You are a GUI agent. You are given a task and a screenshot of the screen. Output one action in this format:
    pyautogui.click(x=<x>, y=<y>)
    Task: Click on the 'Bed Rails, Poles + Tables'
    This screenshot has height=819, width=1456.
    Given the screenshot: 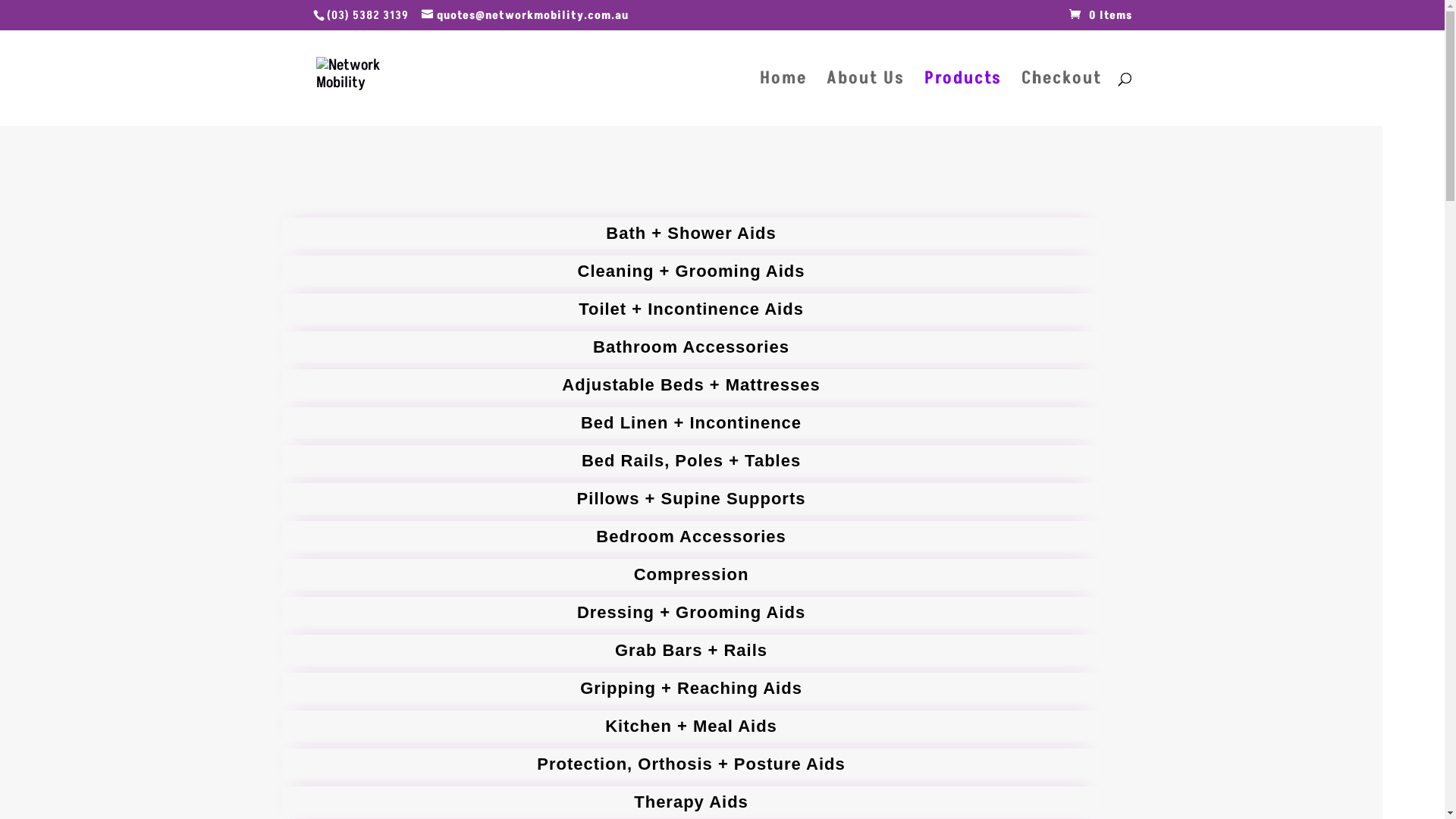 What is the action you would take?
    pyautogui.click(x=691, y=460)
    